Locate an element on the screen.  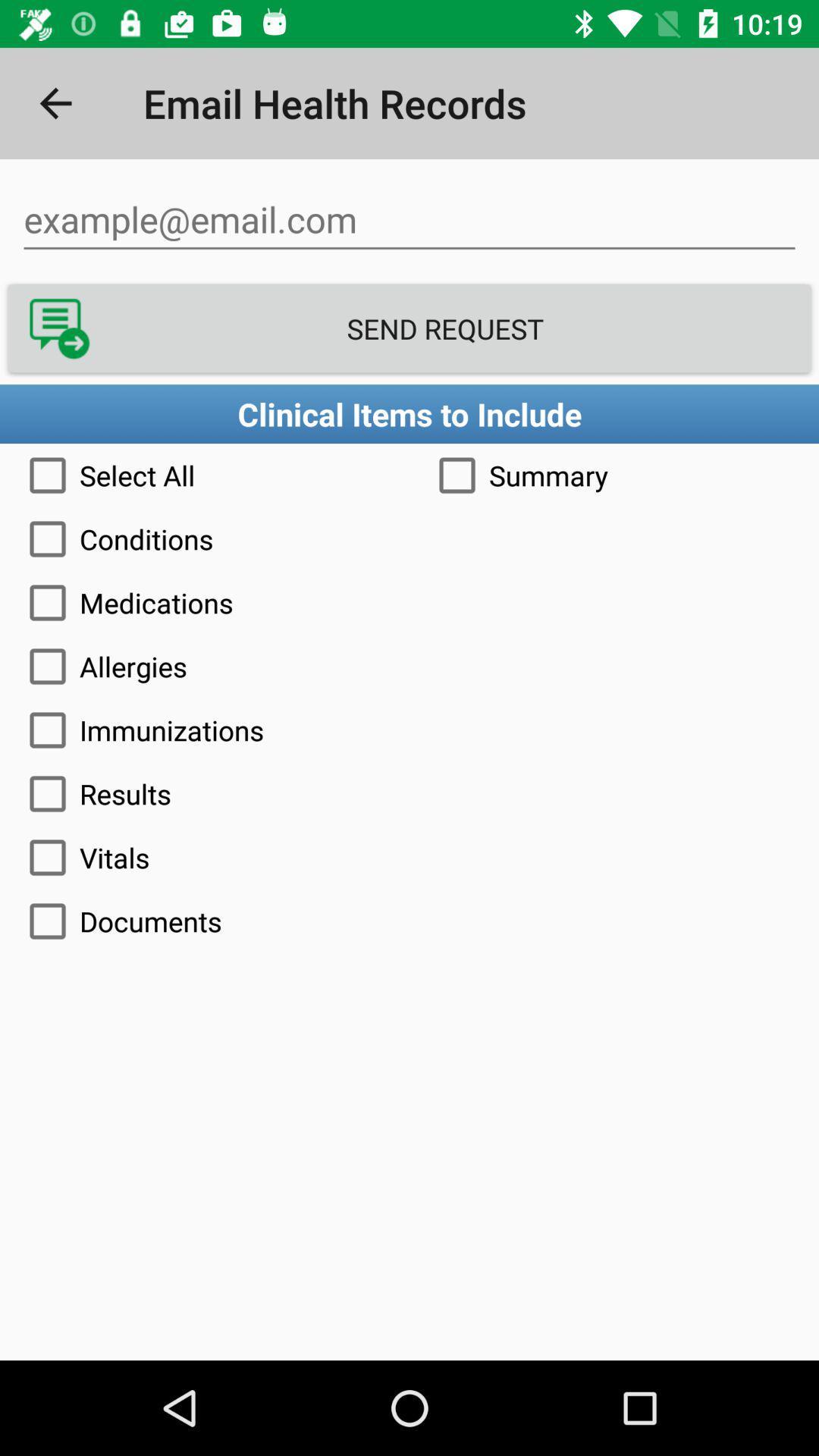
item below the vitals item is located at coordinates (409, 920).